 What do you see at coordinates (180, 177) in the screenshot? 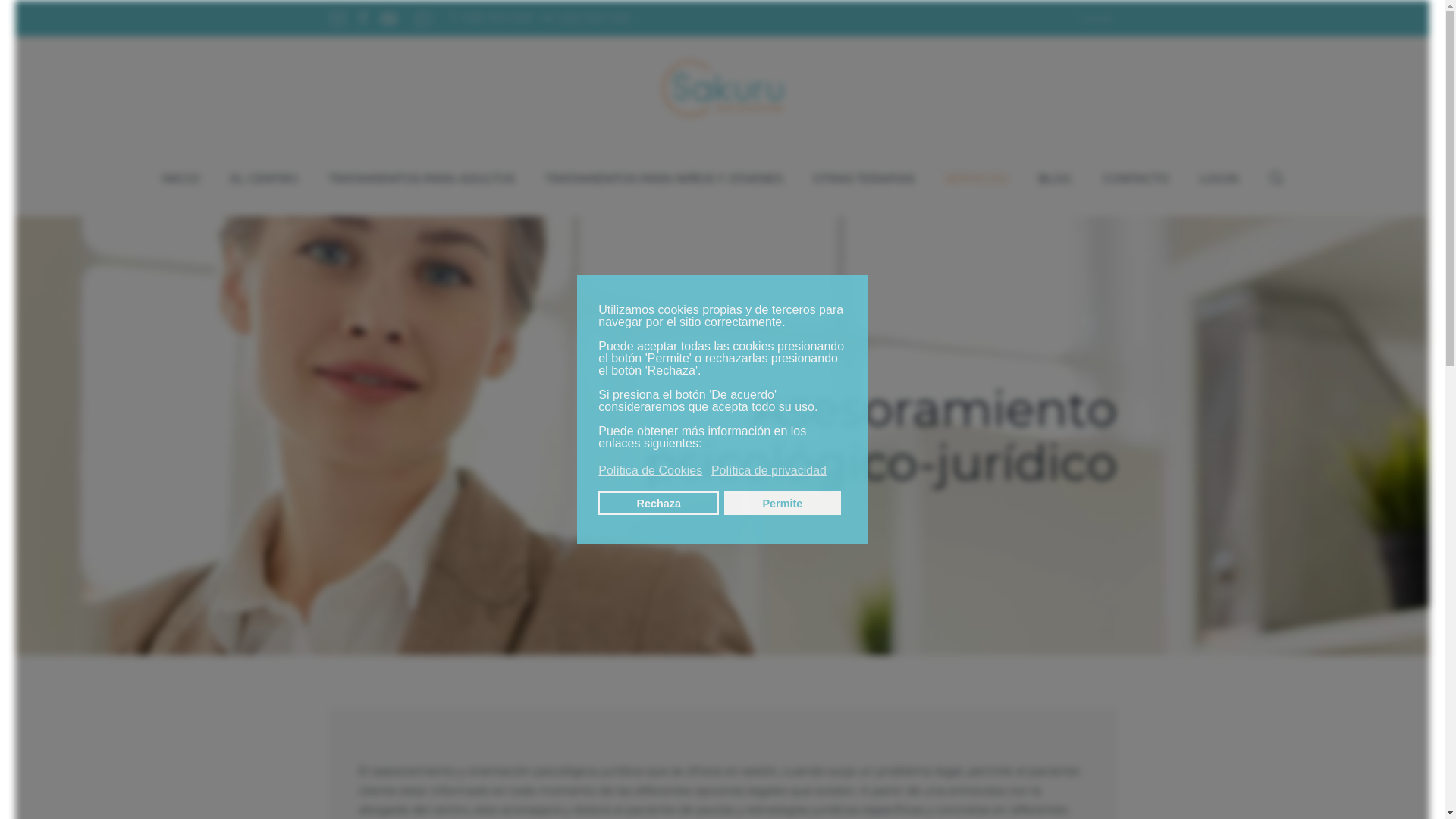
I see `'INICIO'` at bounding box center [180, 177].